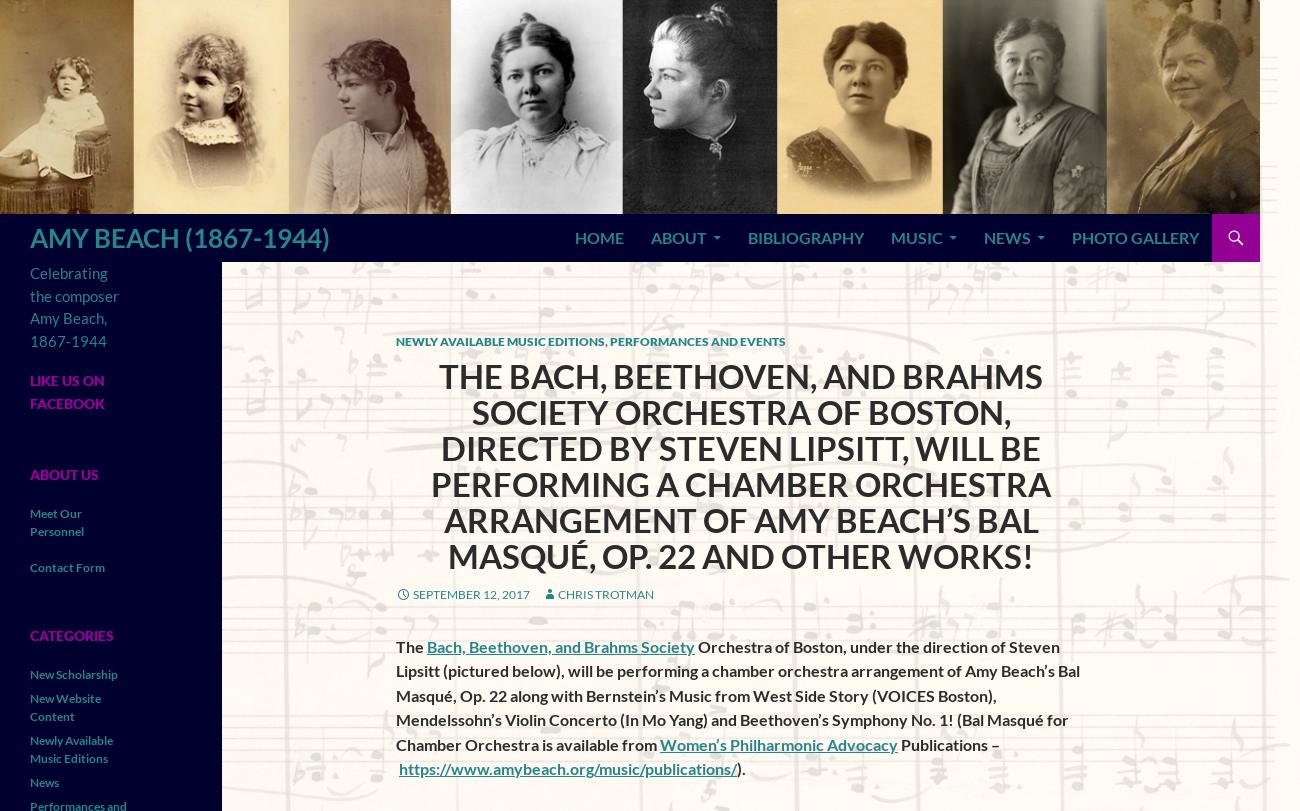 The width and height of the screenshot is (1300, 811). I want to click on ').', so click(741, 766).